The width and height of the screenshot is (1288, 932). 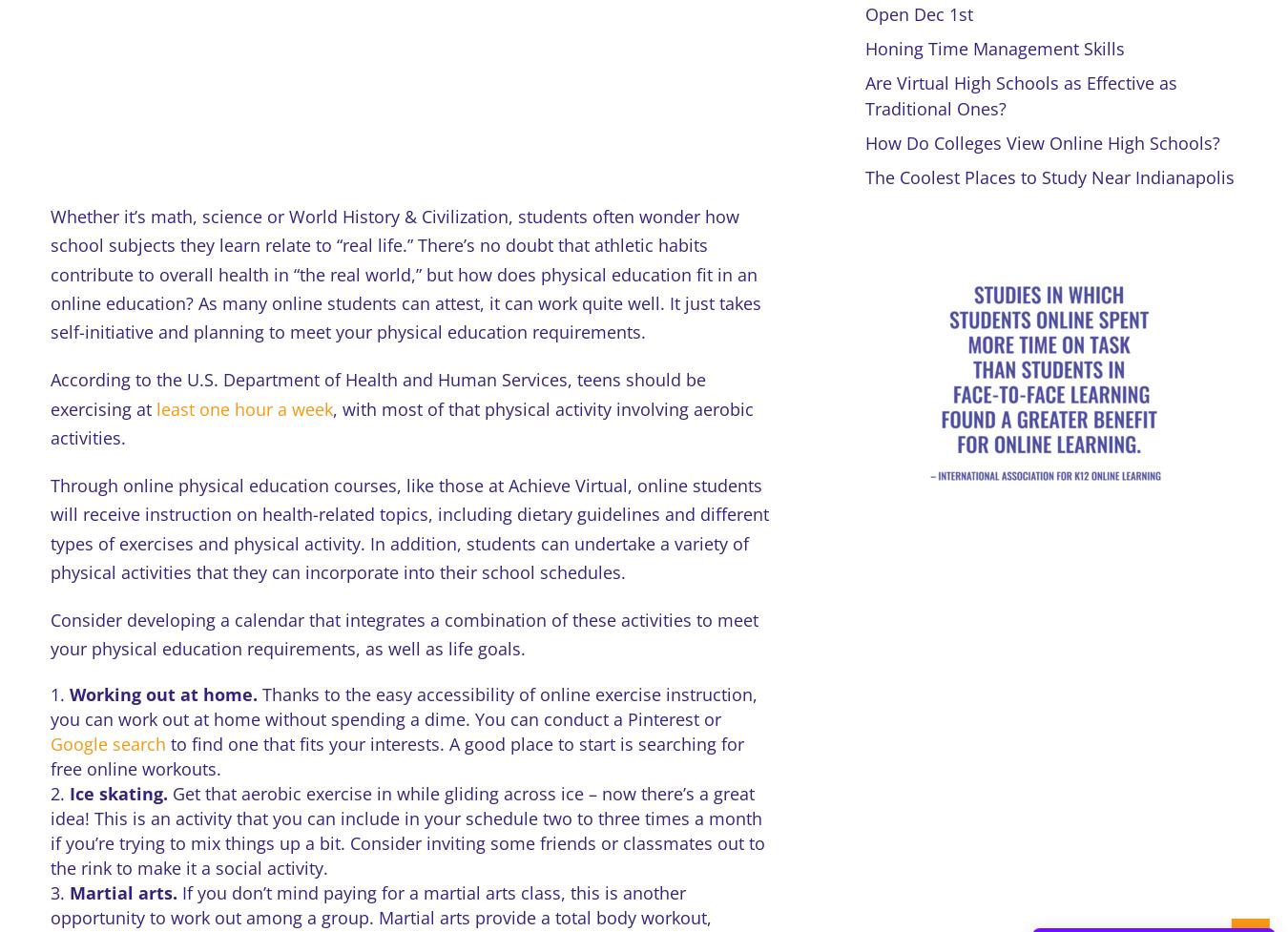 What do you see at coordinates (403, 633) in the screenshot?
I see `'Consider developing a calendar that integrates a combination of these activities to meet your physical education requirements, as well as life goals.'` at bounding box center [403, 633].